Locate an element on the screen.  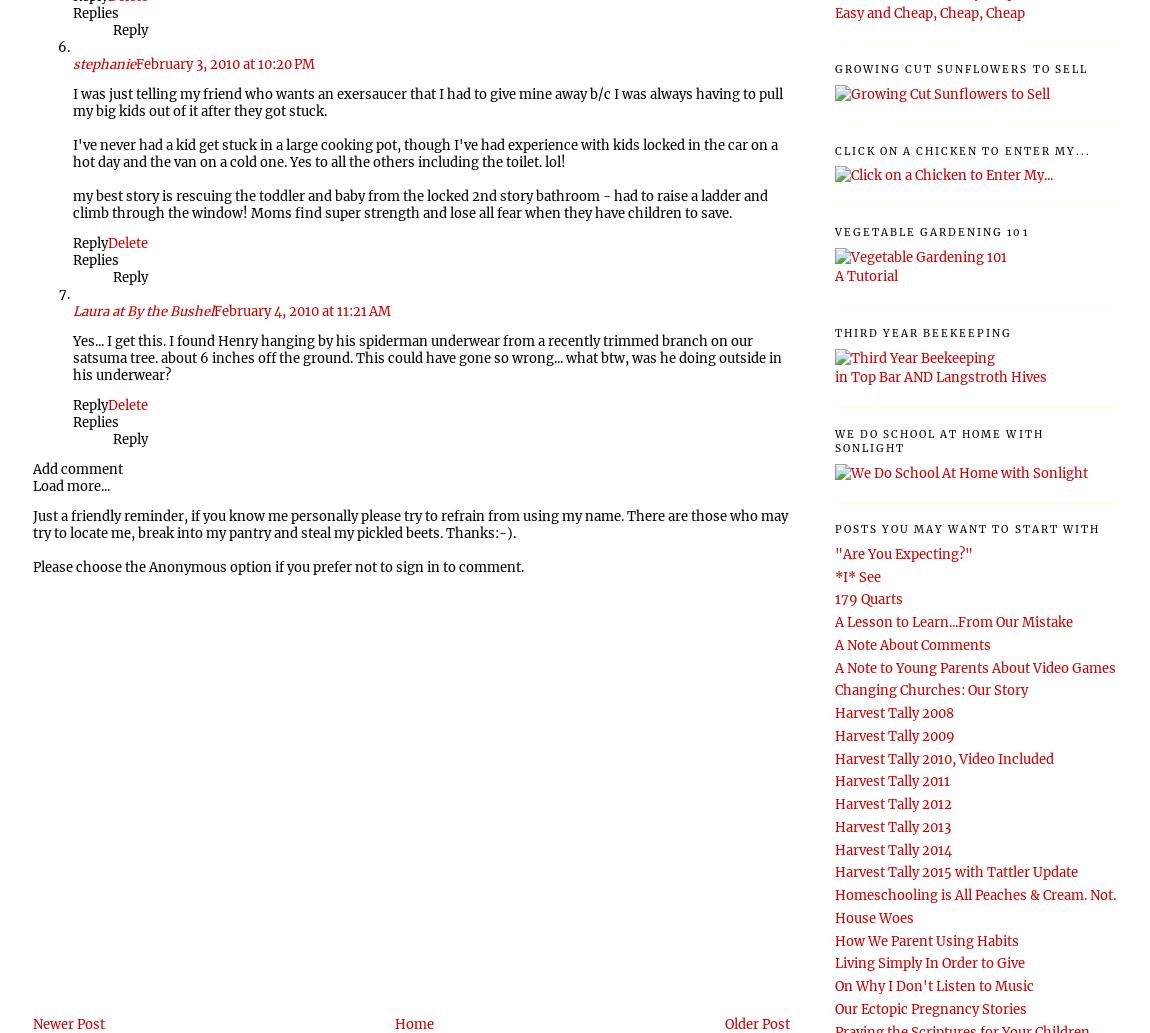
'A Note About Comments' is located at coordinates (911, 643).